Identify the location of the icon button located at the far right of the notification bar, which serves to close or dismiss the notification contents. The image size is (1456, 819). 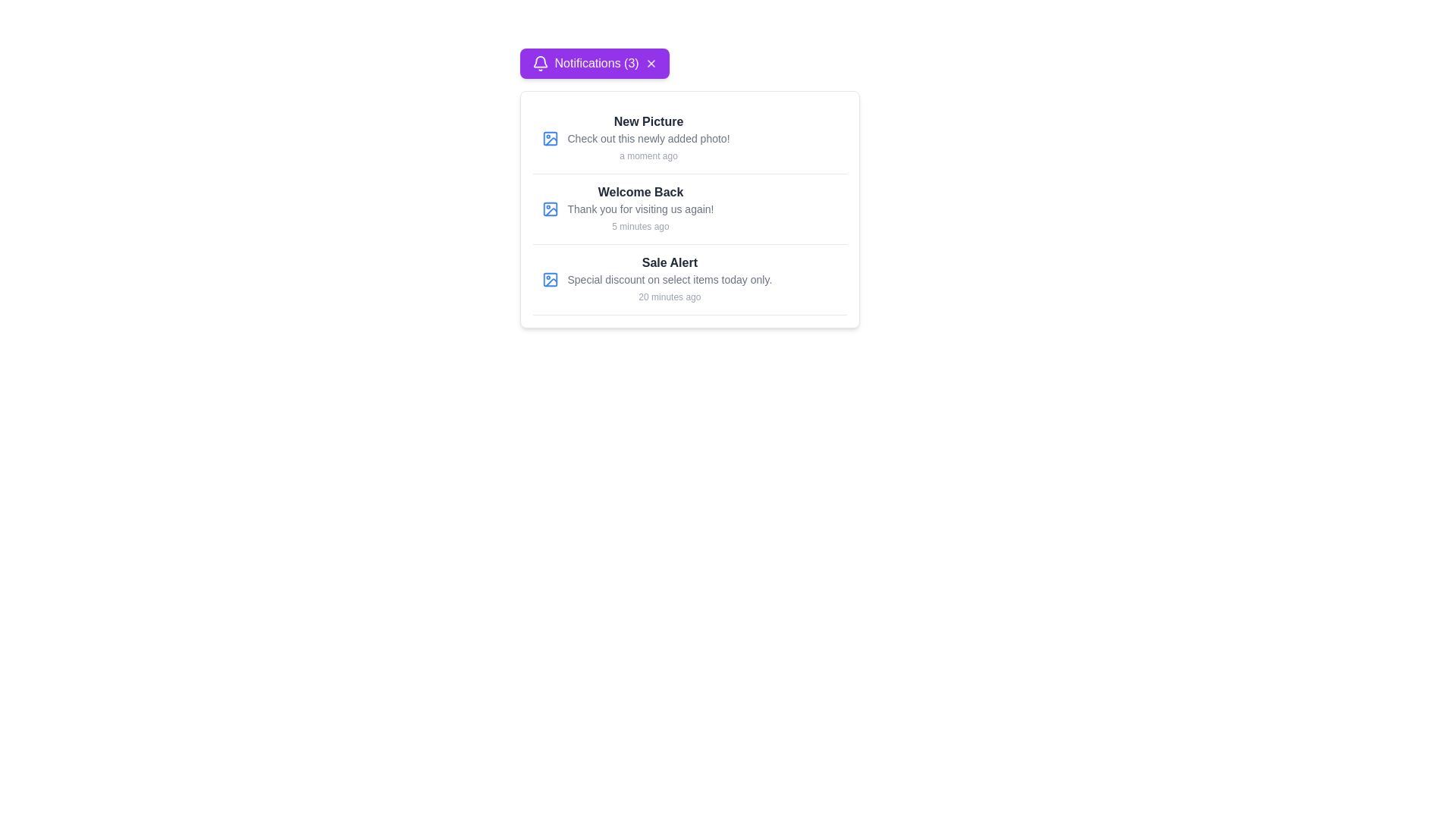
(651, 63).